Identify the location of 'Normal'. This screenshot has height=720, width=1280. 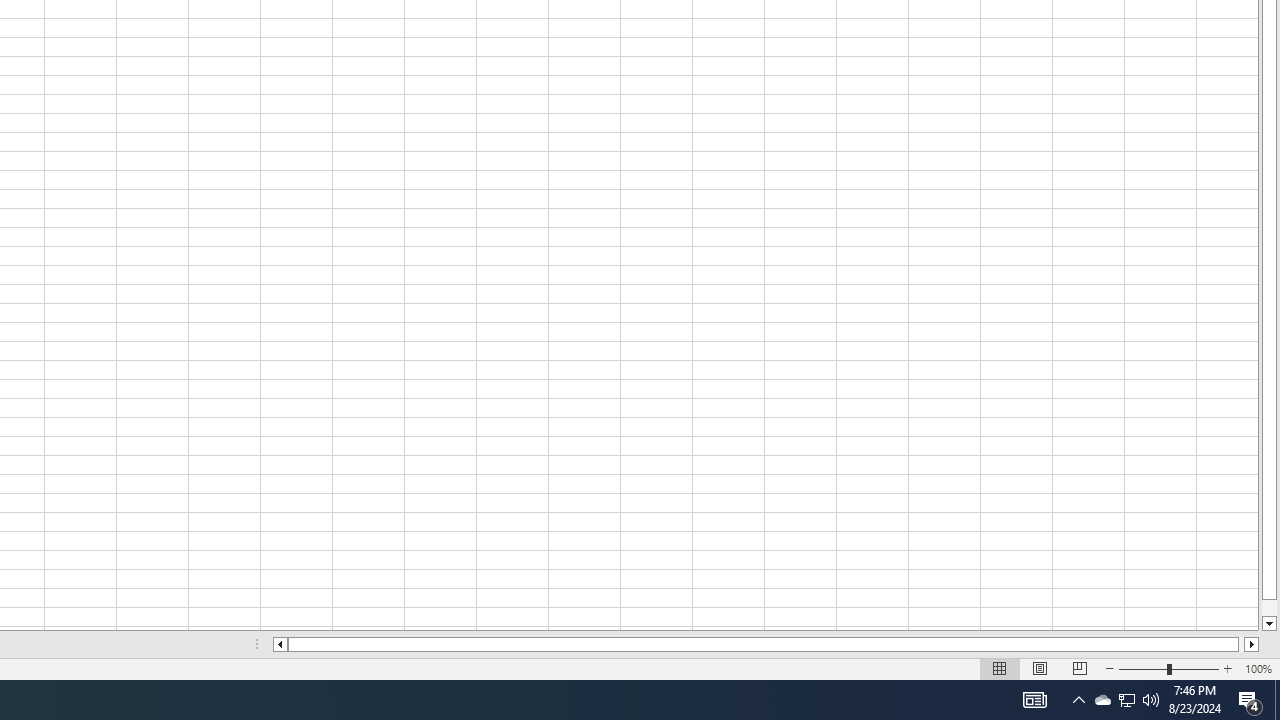
(1000, 669).